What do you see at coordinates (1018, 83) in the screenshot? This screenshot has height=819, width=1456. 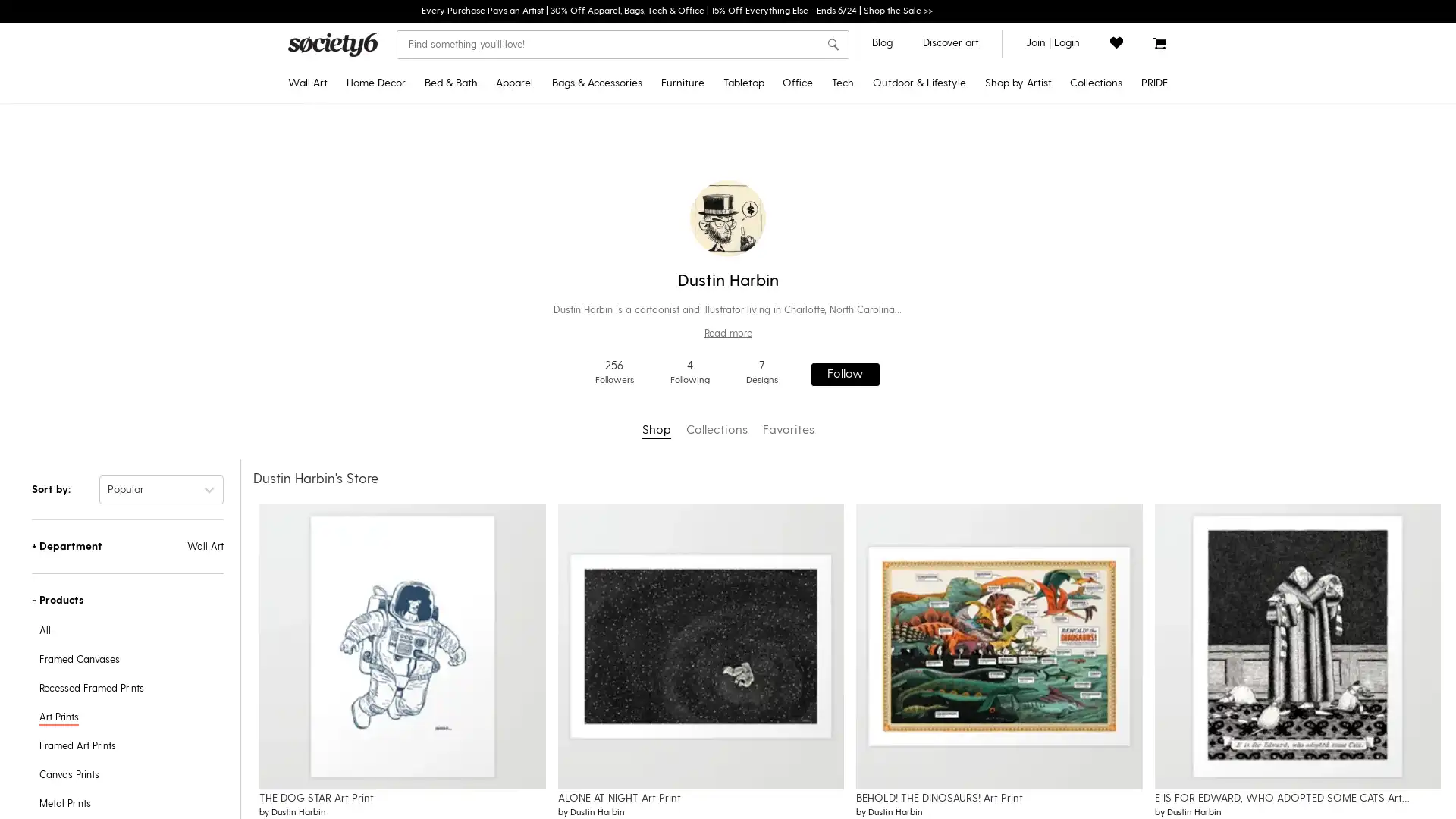 I see `Shop by Artist` at bounding box center [1018, 83].